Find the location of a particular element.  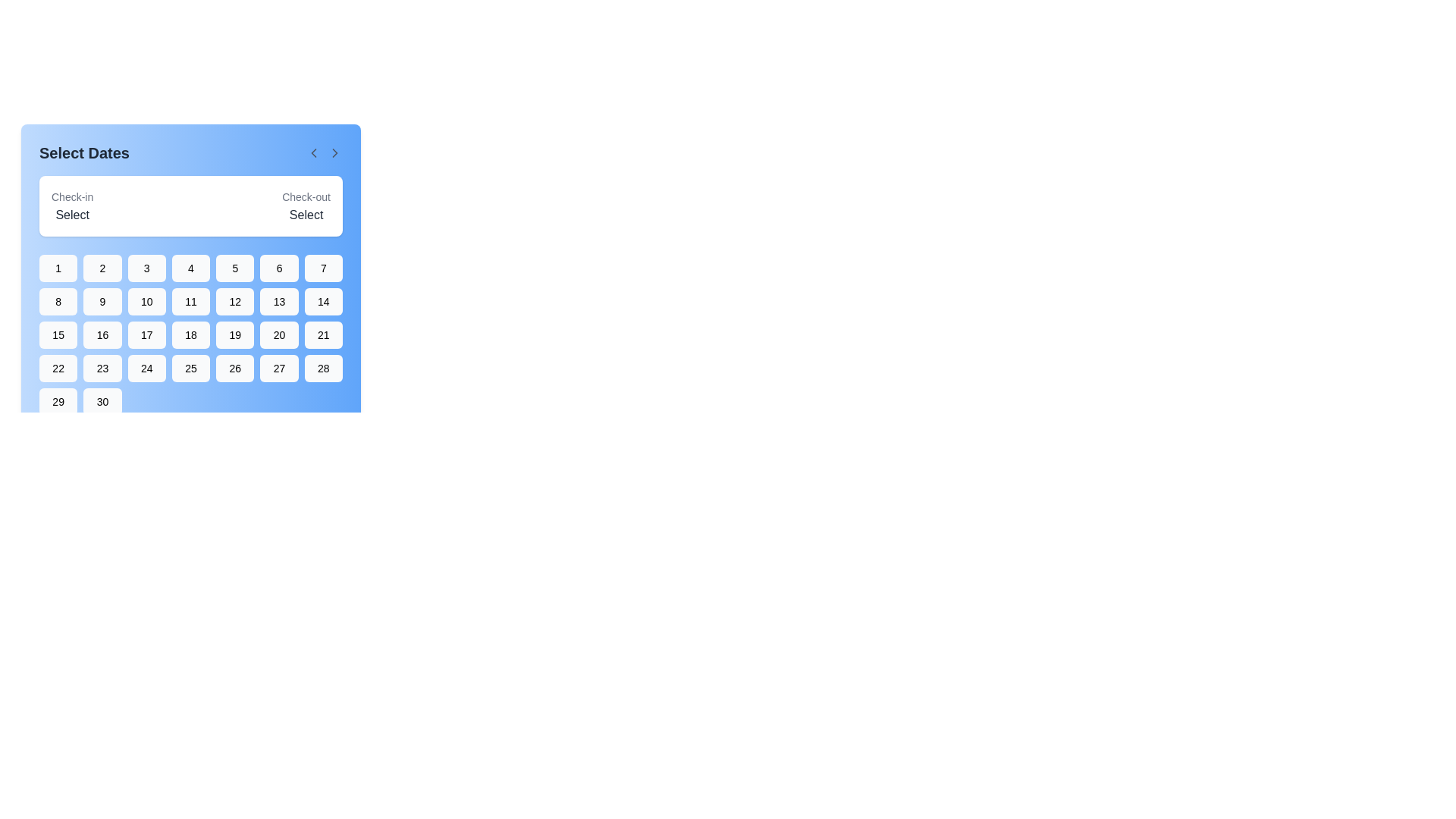

the square button with rounded corners displaying the number '9' in the 'Select Dates' interface is located at coordinates (102, 301).